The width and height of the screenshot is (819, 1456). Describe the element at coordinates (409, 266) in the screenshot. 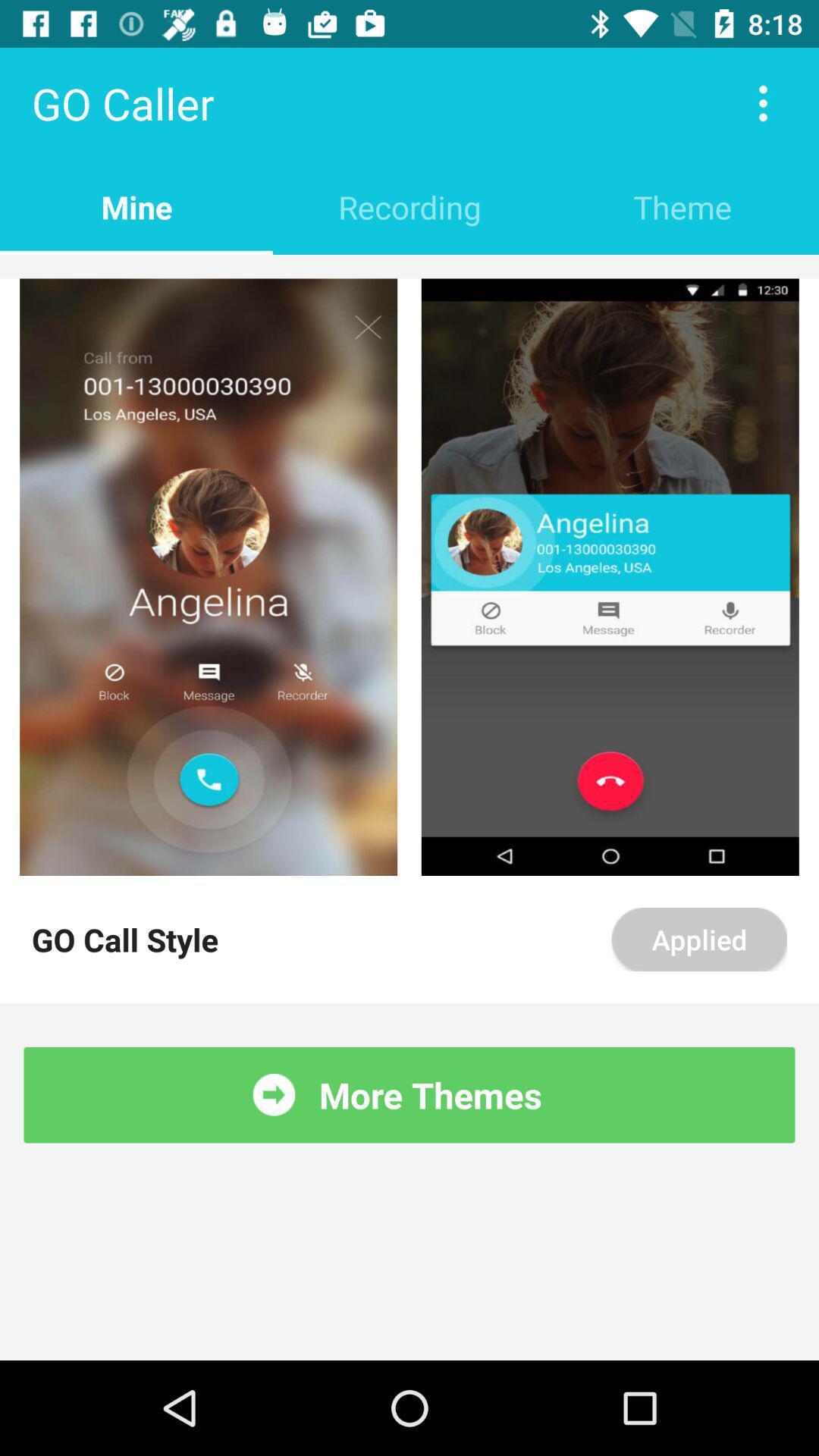

I see `icon below mine icon` at that location.